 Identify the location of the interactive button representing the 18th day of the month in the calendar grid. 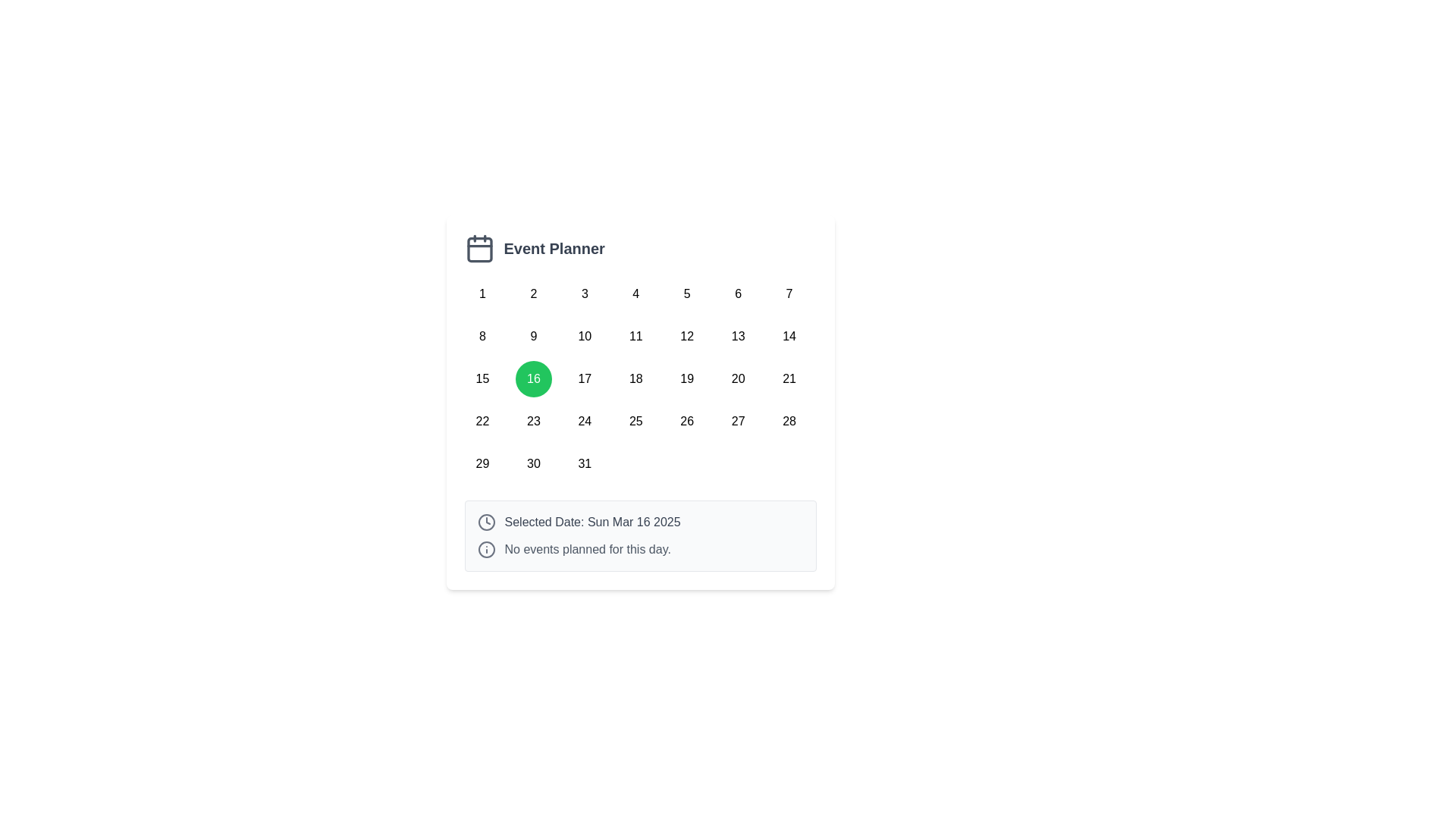
(635, 378).